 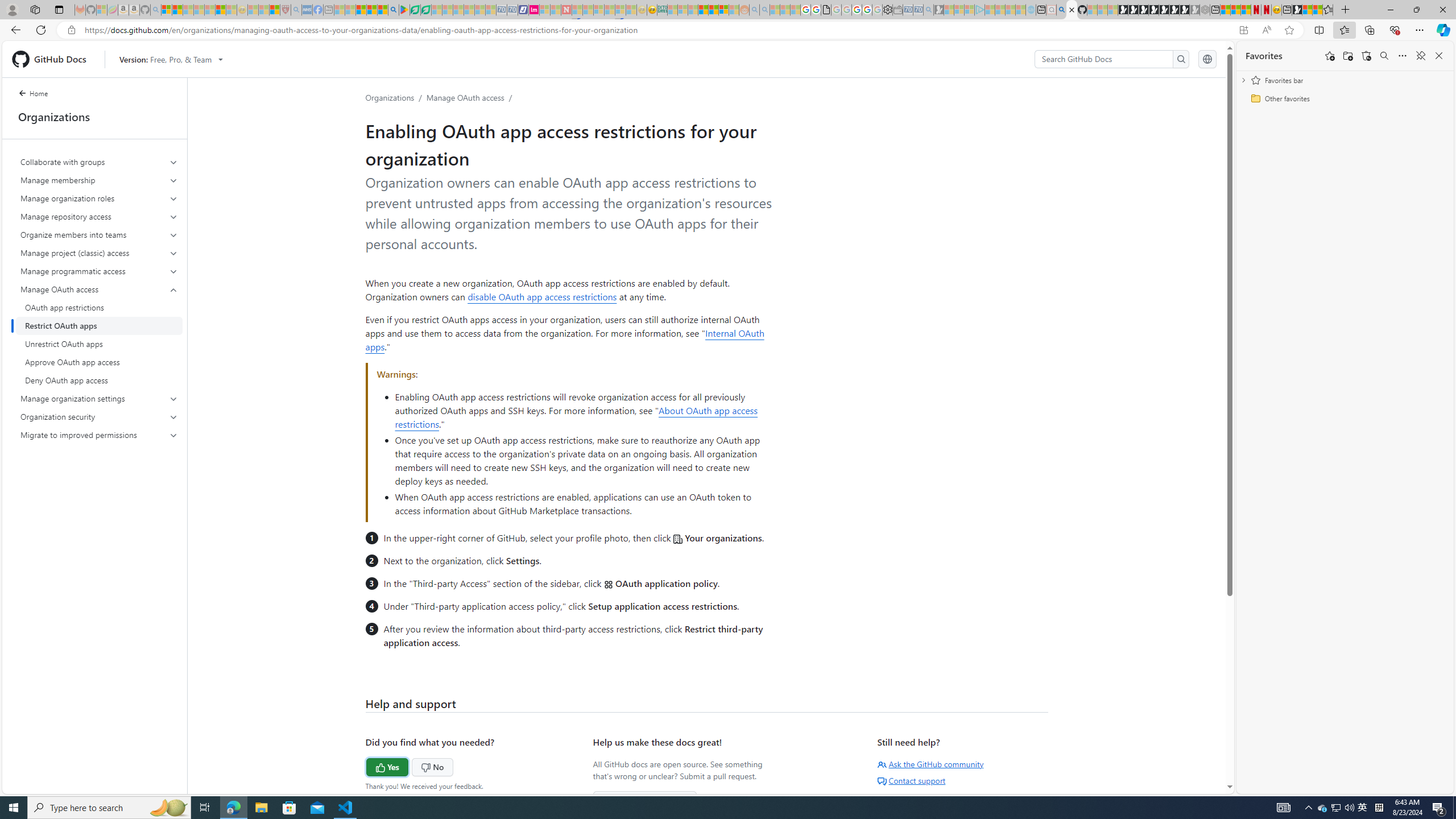 I want to click on 'google_privacy_policy_zh-CN.pdf', so click(x=825, y=9).